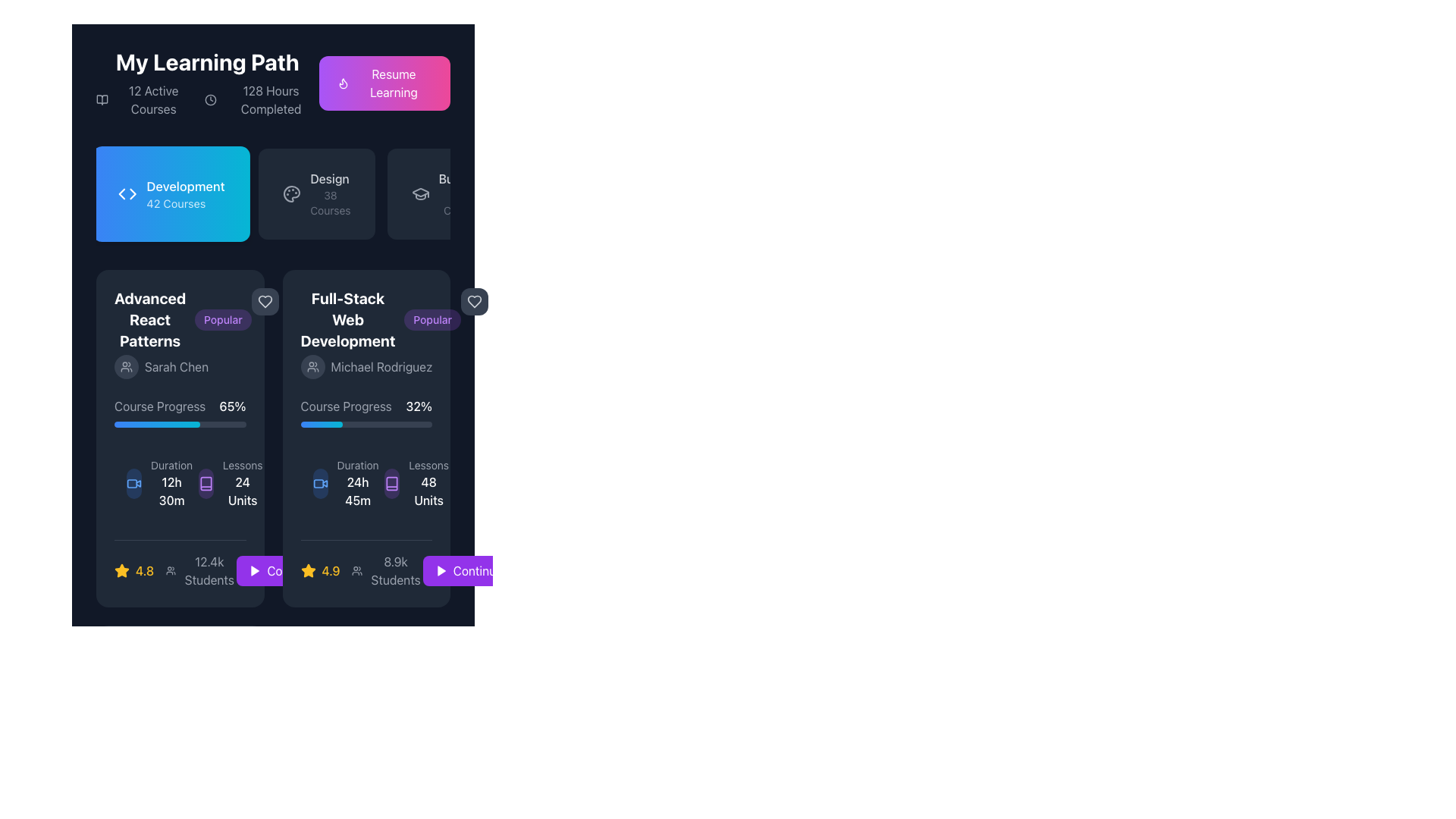 This screenshot has height=819, width=1456. I want to click on the left-pointing chevron icon used for navigating backward in the Development section card's header, so click(121, 193).